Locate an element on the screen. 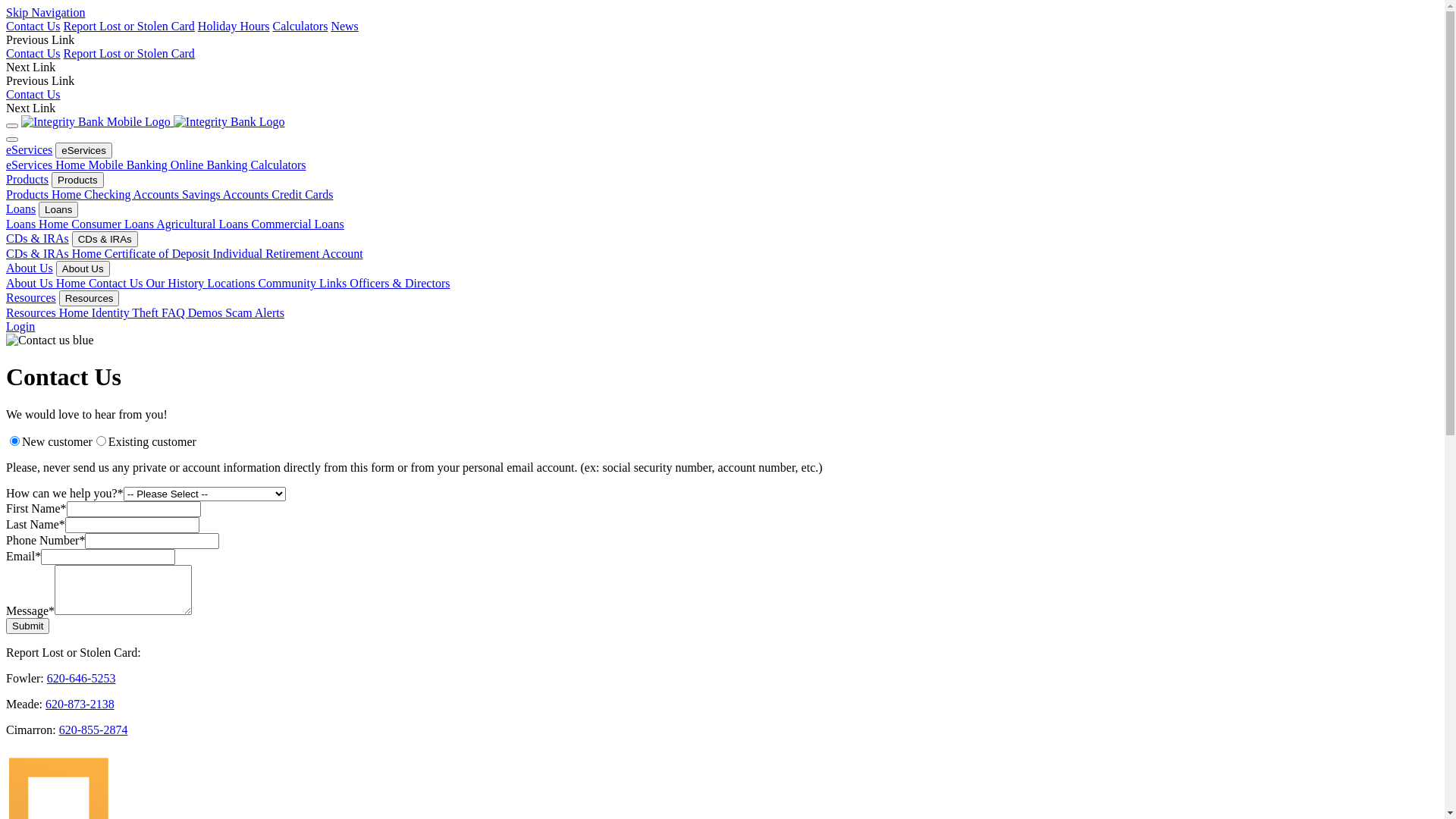  'Report Lost or Stolen Card' is located at coordinates (129, 52).